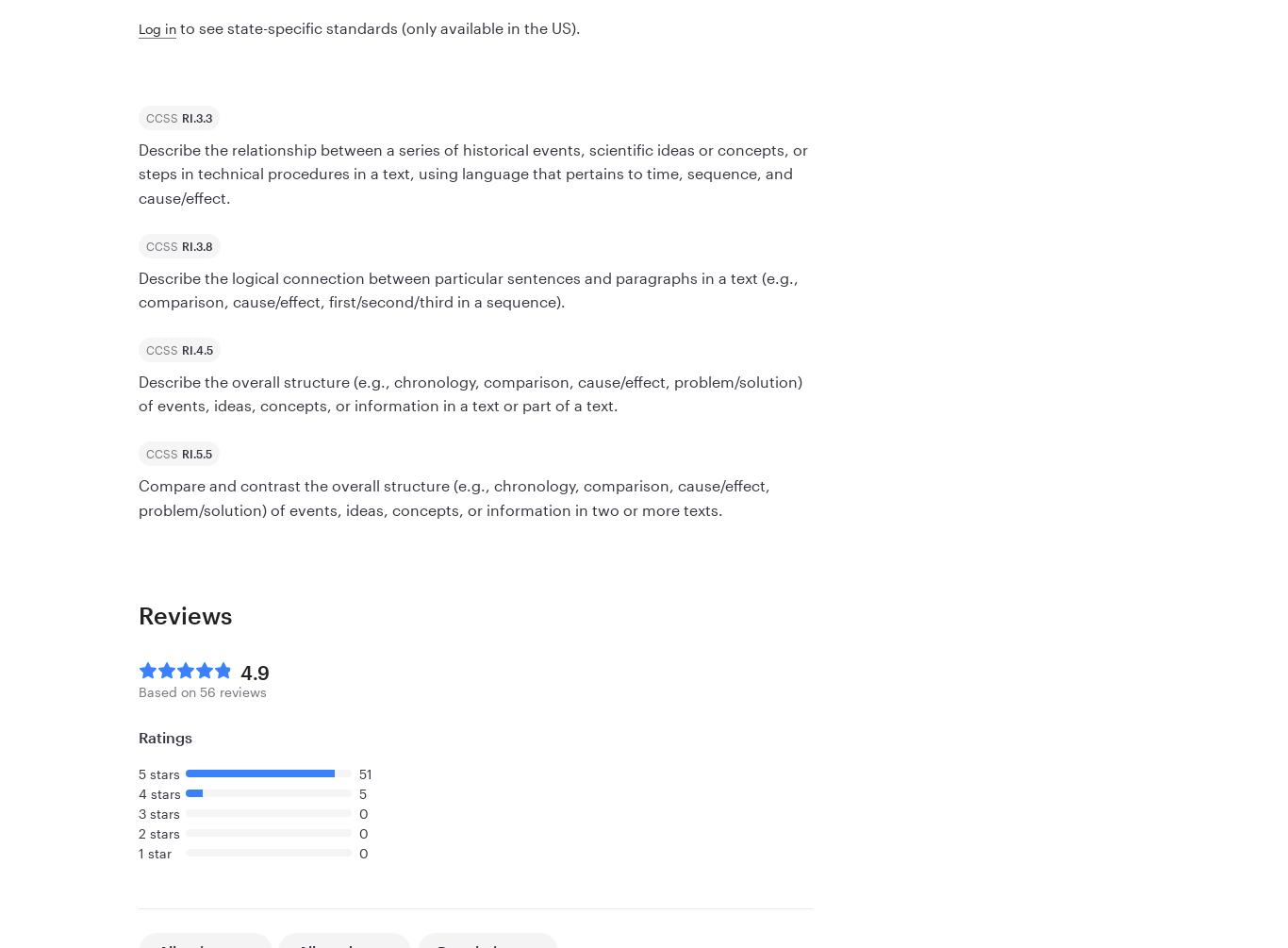 This screenshot has width=1288, height=948. What do you see at coordinates (195, 117) in the screenshot?
I see `'RI.3.3'` at bounding box center [195, 117].